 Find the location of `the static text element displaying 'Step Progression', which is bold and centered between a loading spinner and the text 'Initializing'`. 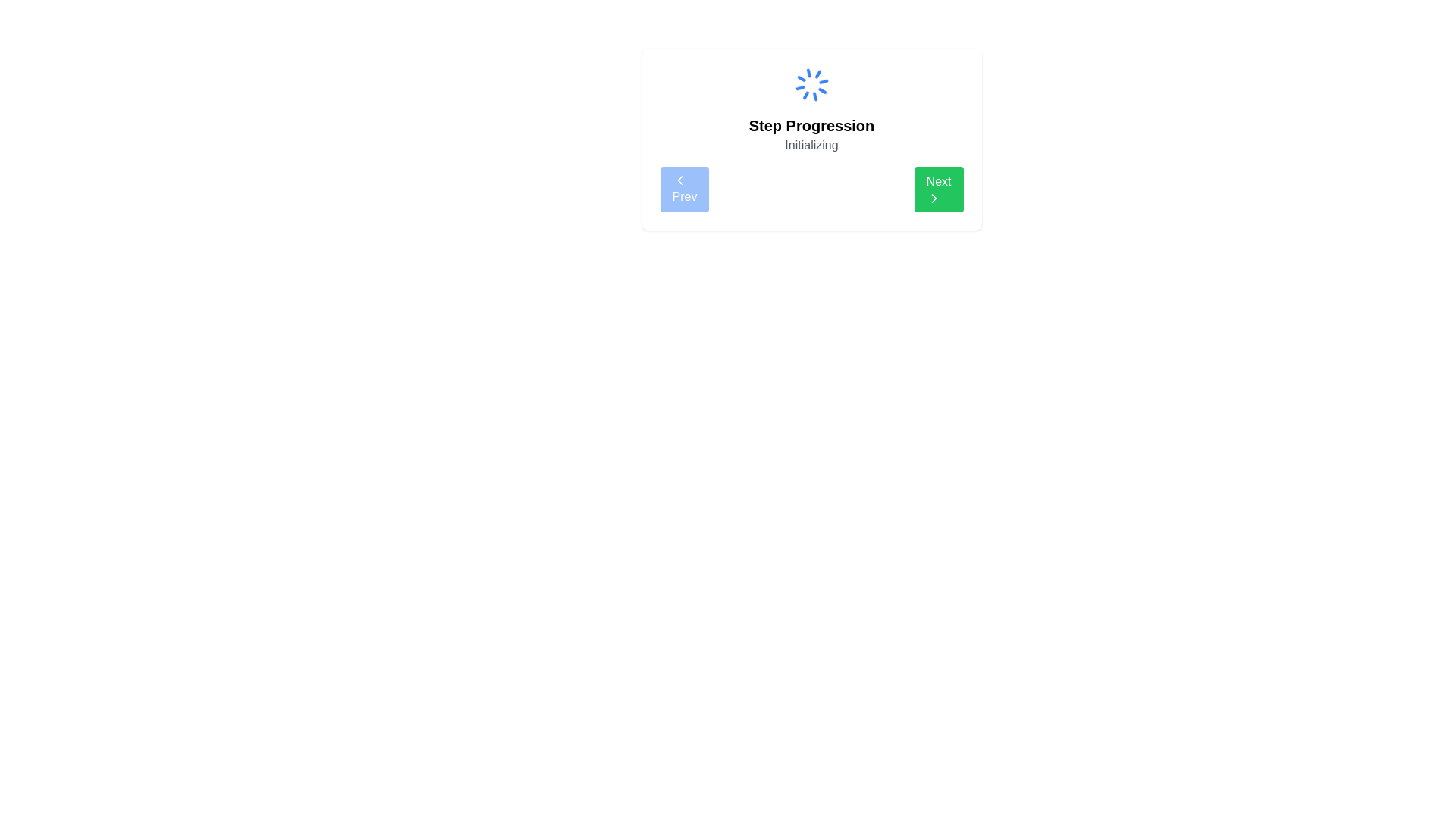

the static text element displaying 'Step Progression', which is bold and centered between a loading spinner and the text 'Initializing' is located at coordinates (811, 124).